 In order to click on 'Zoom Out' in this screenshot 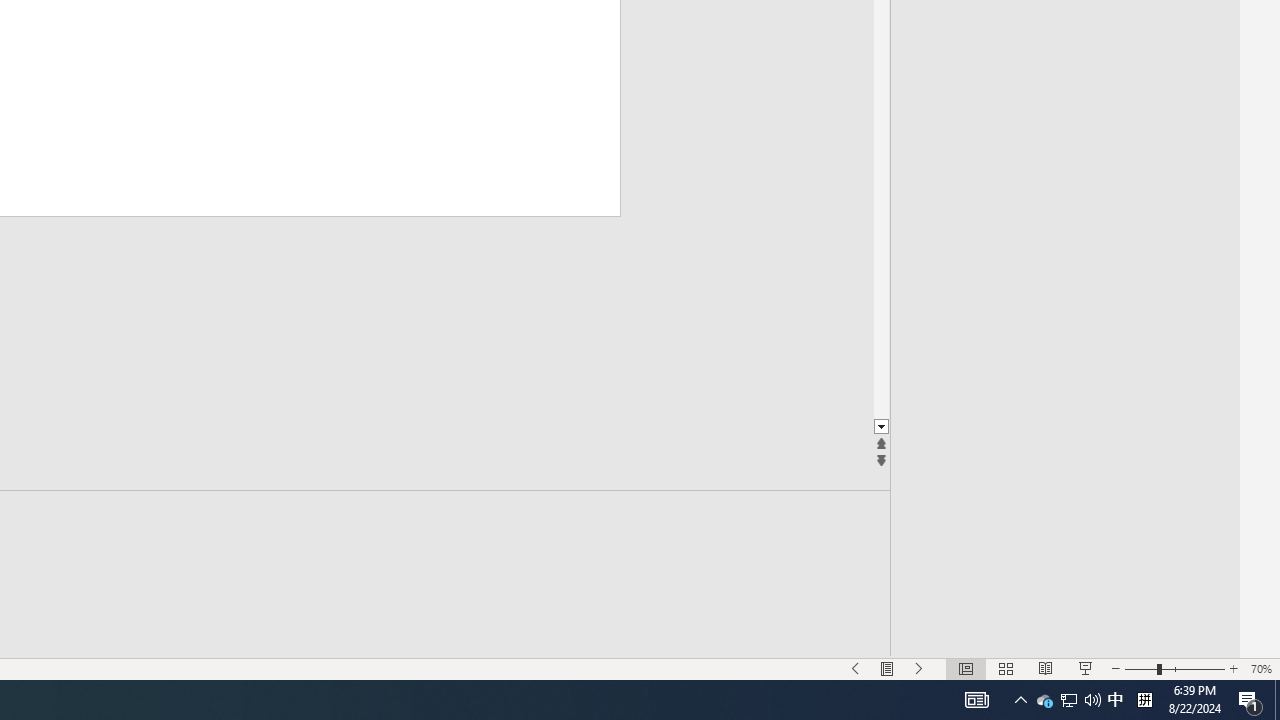, I will do `click(1141, 669)`.